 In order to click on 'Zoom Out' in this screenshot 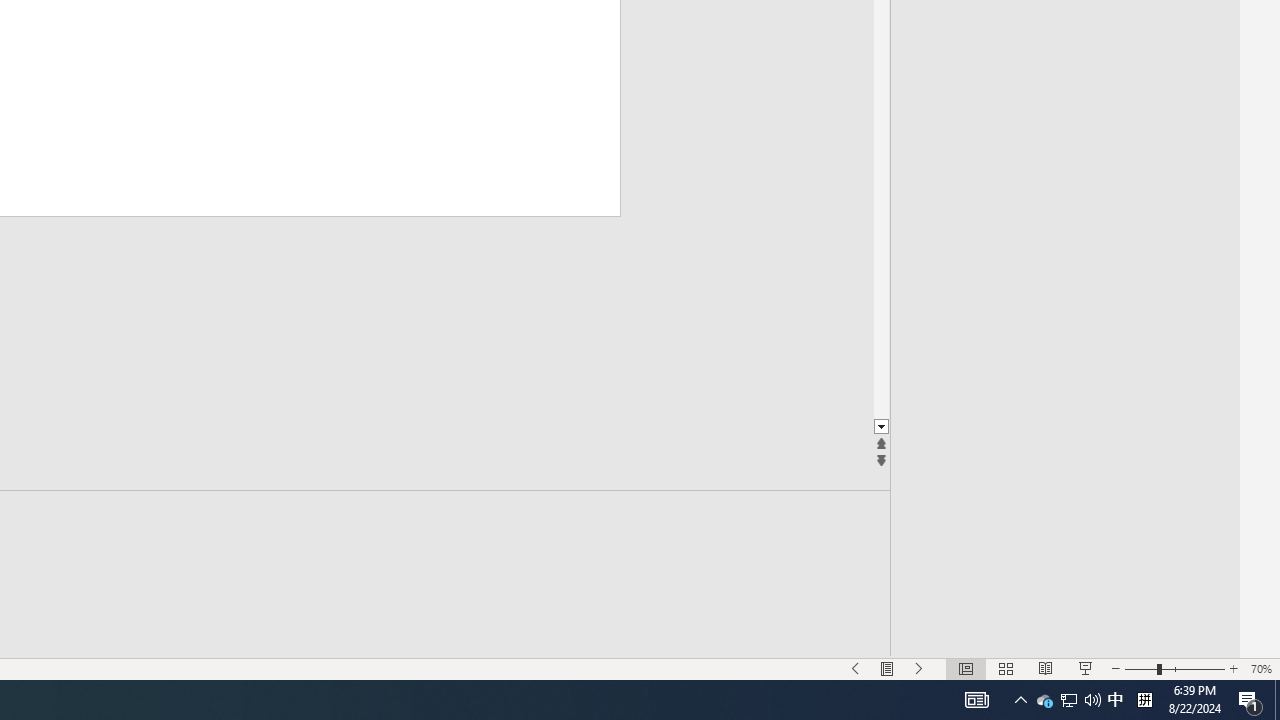, I will do `click(1141, 669)`.